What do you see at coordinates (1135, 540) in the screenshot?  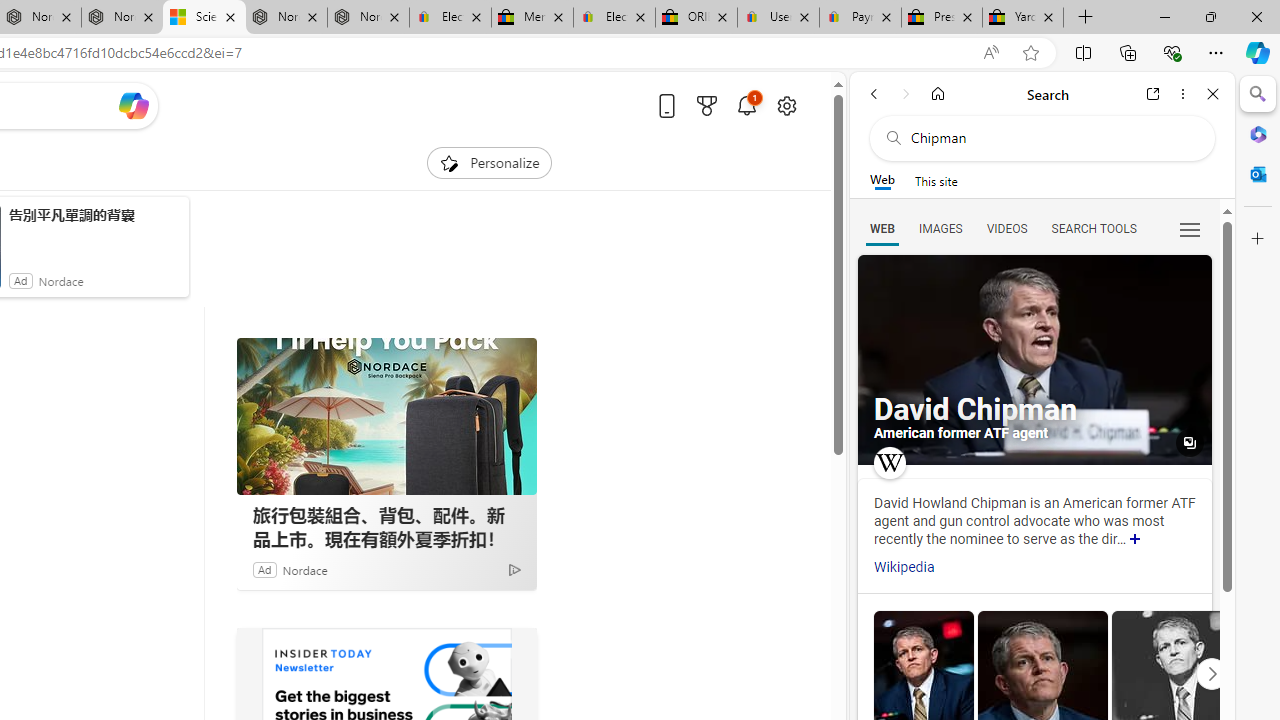 I see `'Show more'` at bounding box center [1135, 540].